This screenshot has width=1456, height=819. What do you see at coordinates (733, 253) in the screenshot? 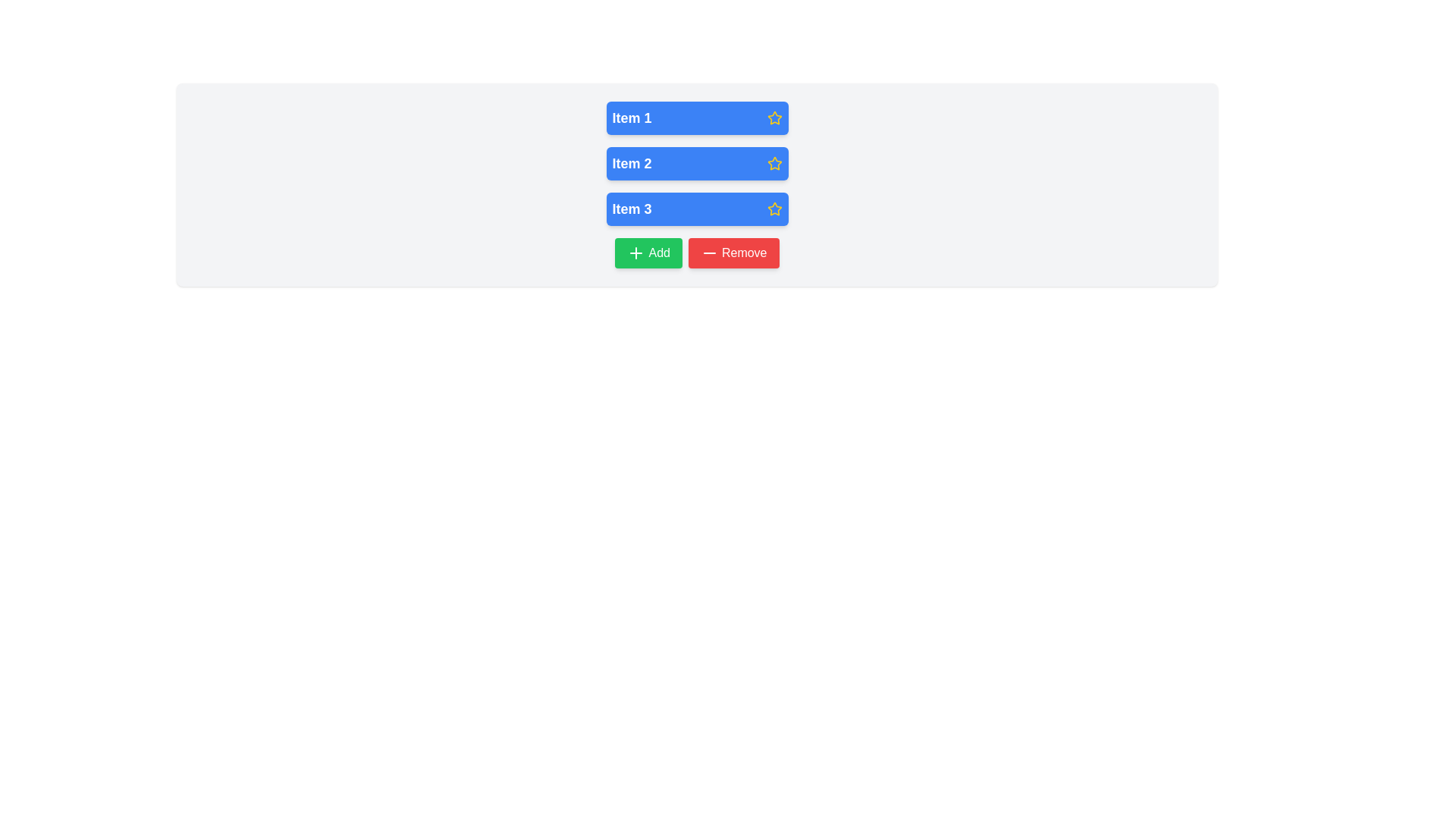
I see `the removal button located to the right of the green 'Add' button in the bottom section of the interface` at bounding box center [733, 253].